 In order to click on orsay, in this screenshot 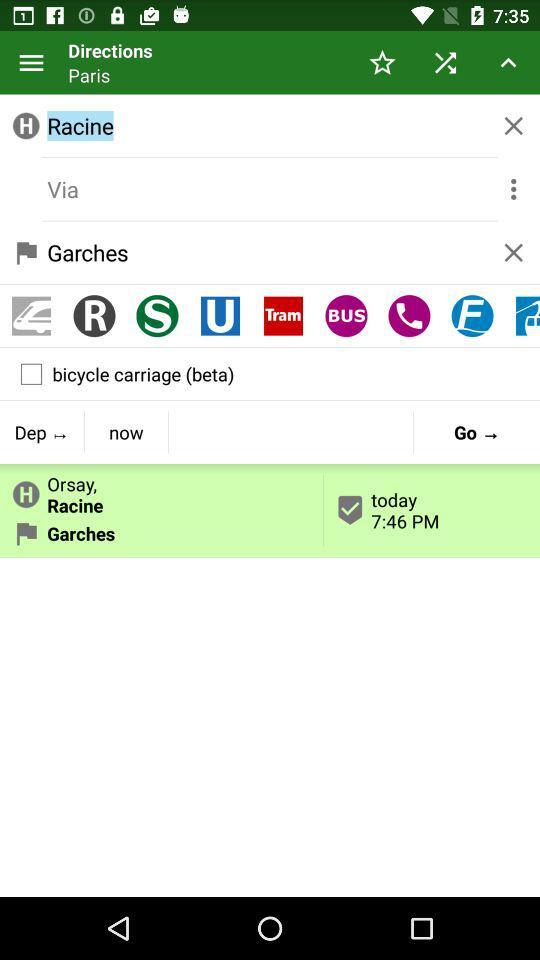, I will do `click(160, 489)`.